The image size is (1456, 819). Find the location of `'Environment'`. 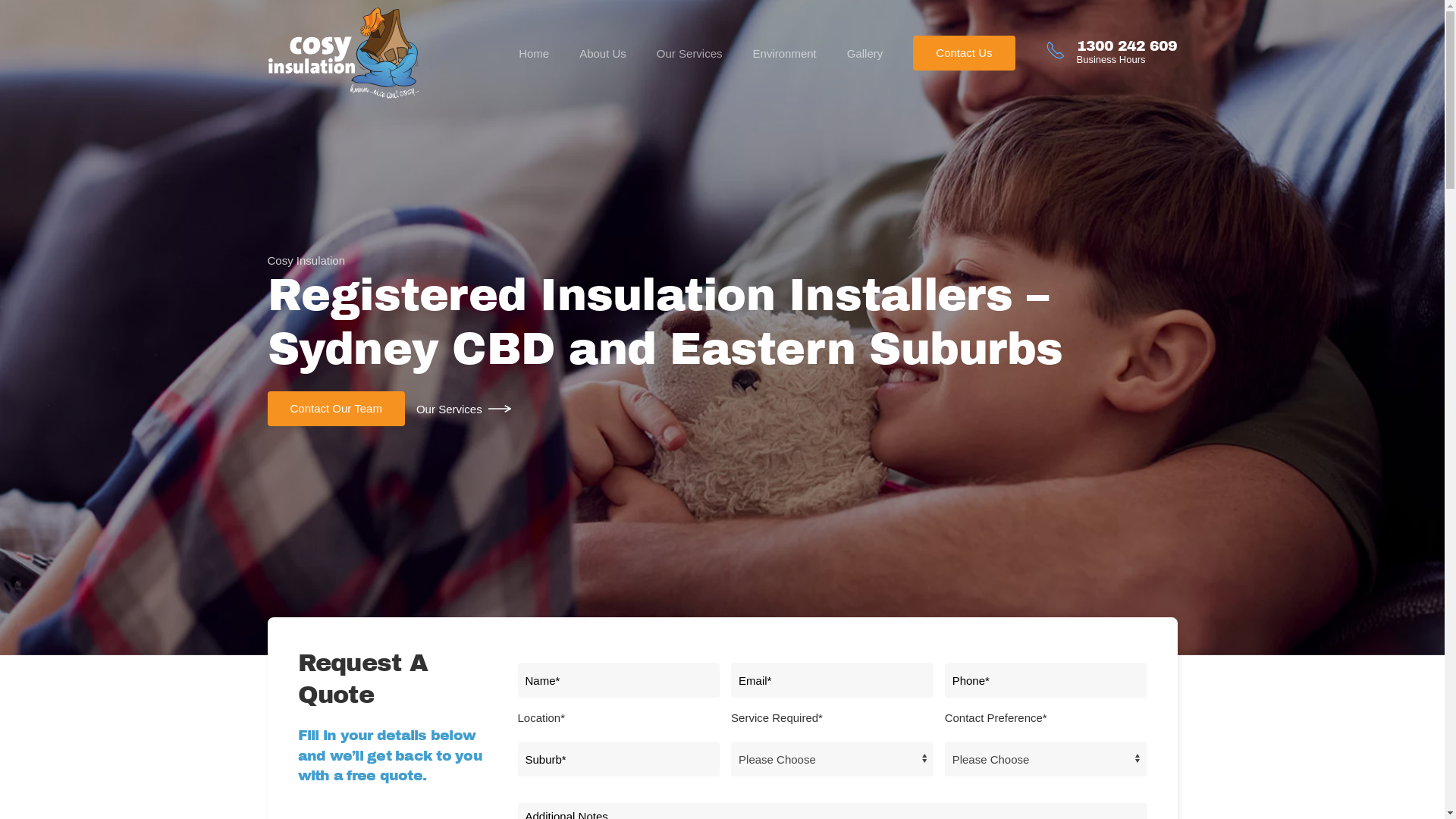

'Environment' is located at coordinates (785, 52).